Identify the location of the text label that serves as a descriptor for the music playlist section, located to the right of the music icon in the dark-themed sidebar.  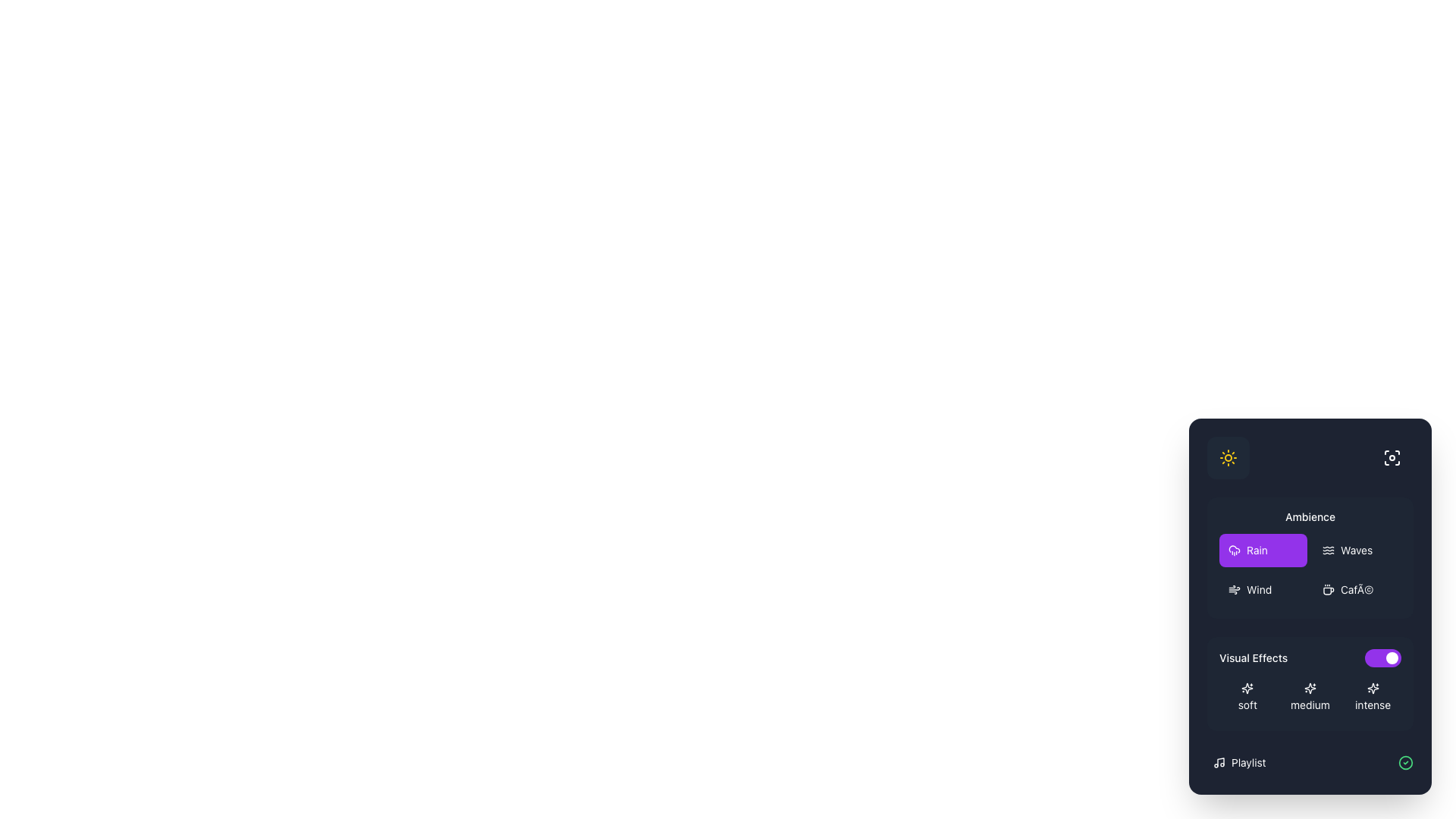
(1248, 763).